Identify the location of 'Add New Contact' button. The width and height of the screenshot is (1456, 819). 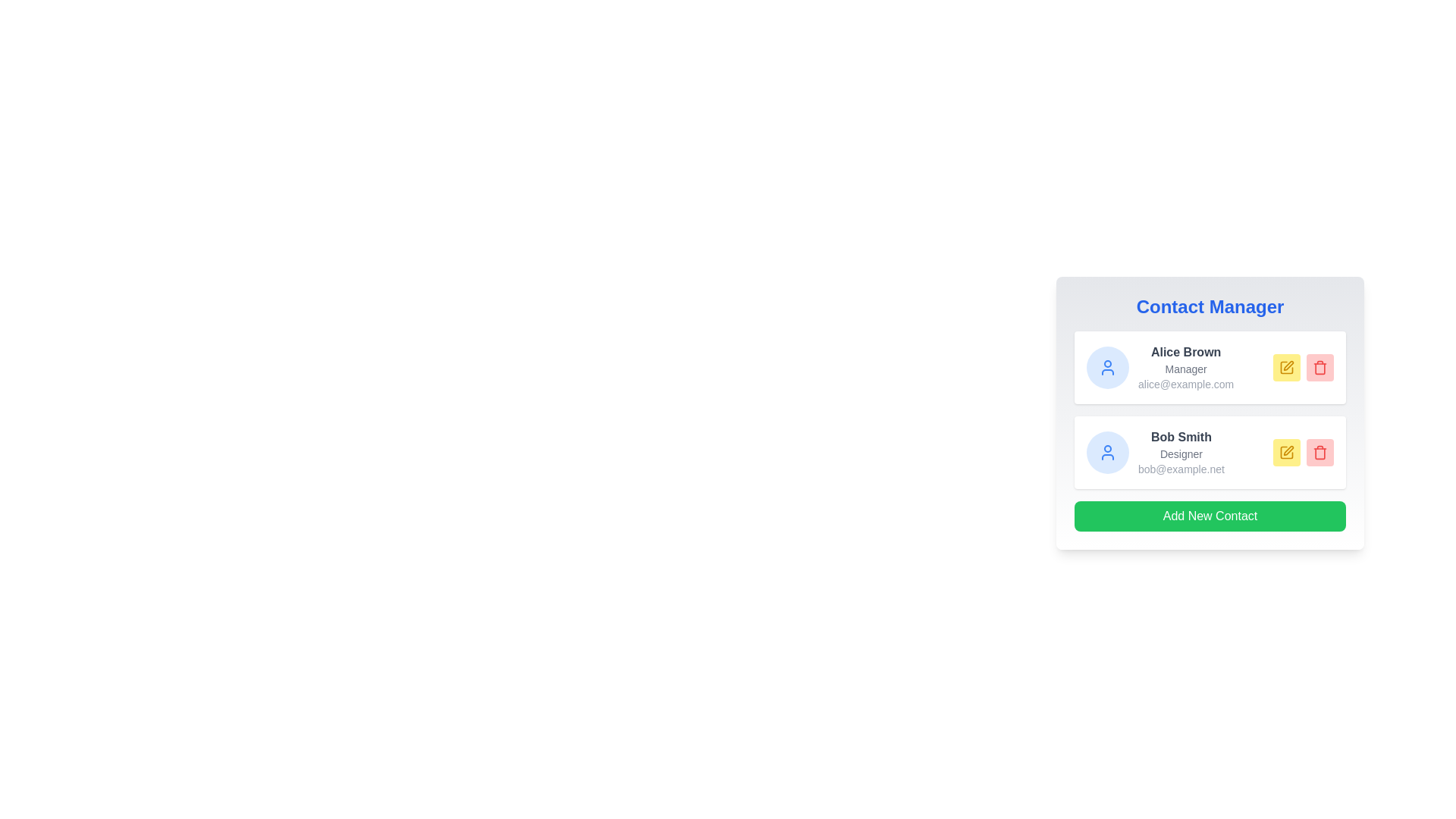
(1210, 516).